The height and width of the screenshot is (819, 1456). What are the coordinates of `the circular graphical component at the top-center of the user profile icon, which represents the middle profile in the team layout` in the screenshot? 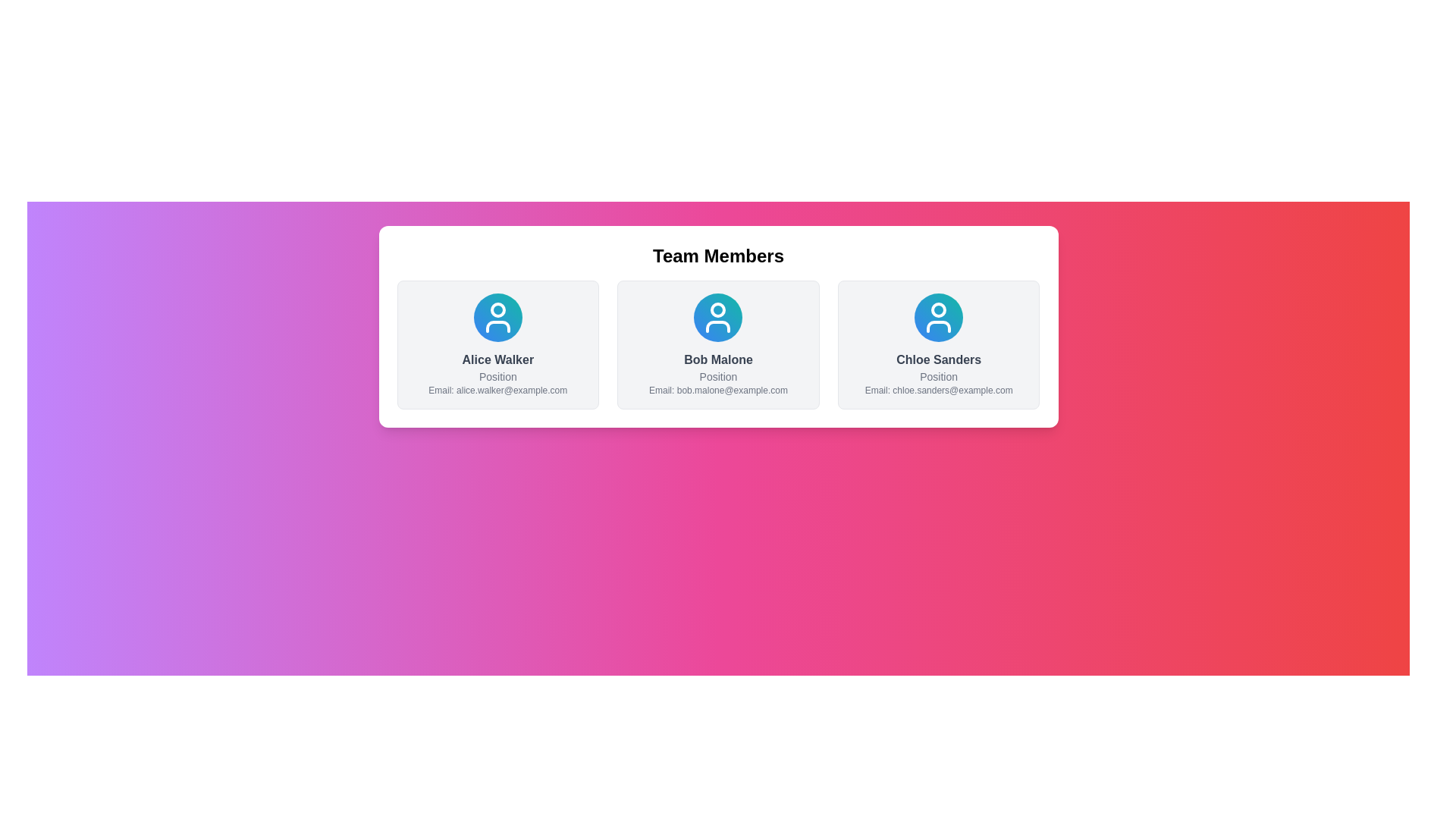 It's located at (717, 309).